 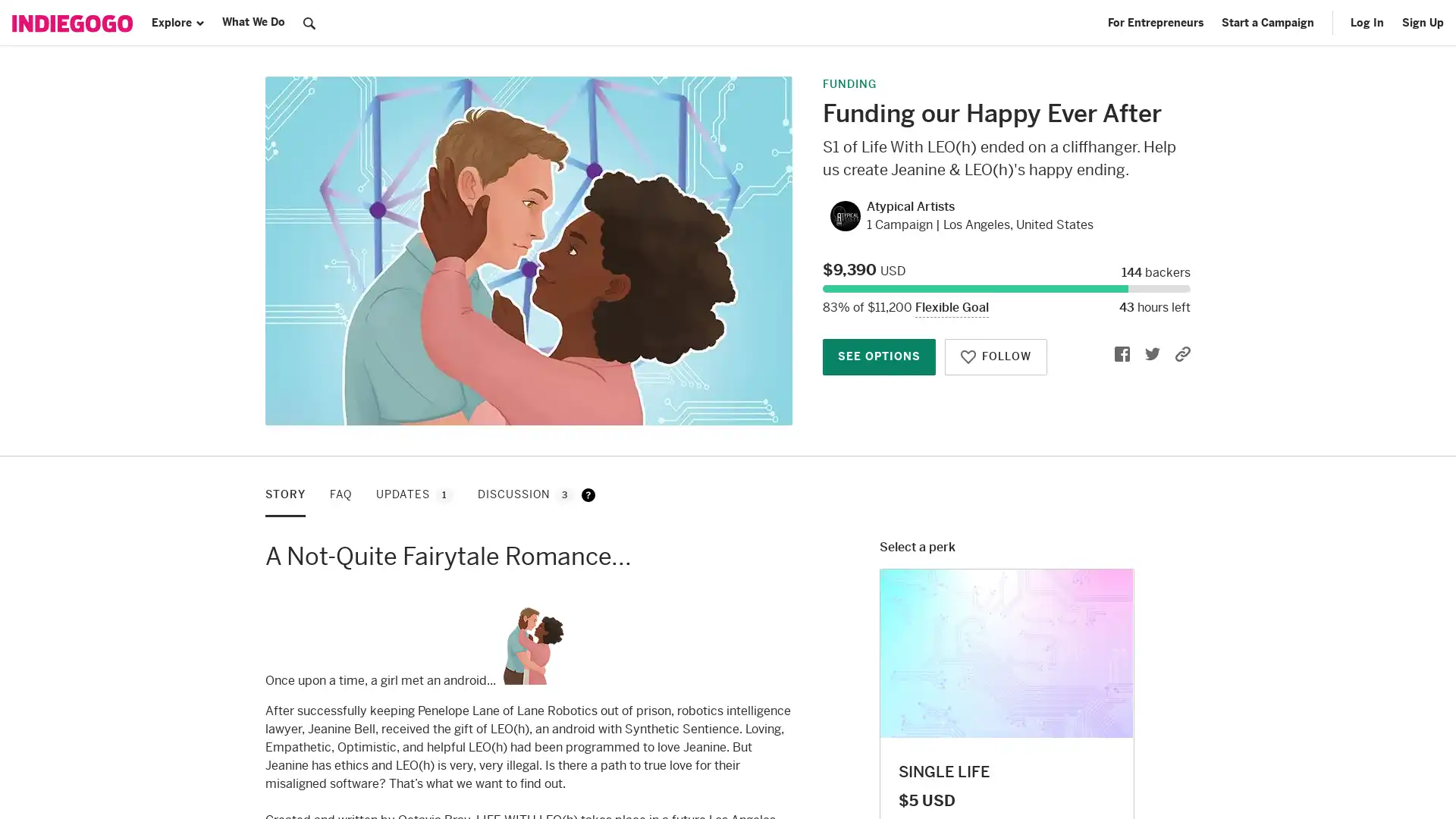 I want to click on Empty Heart FOLLOW, so click(x=996, y=356).